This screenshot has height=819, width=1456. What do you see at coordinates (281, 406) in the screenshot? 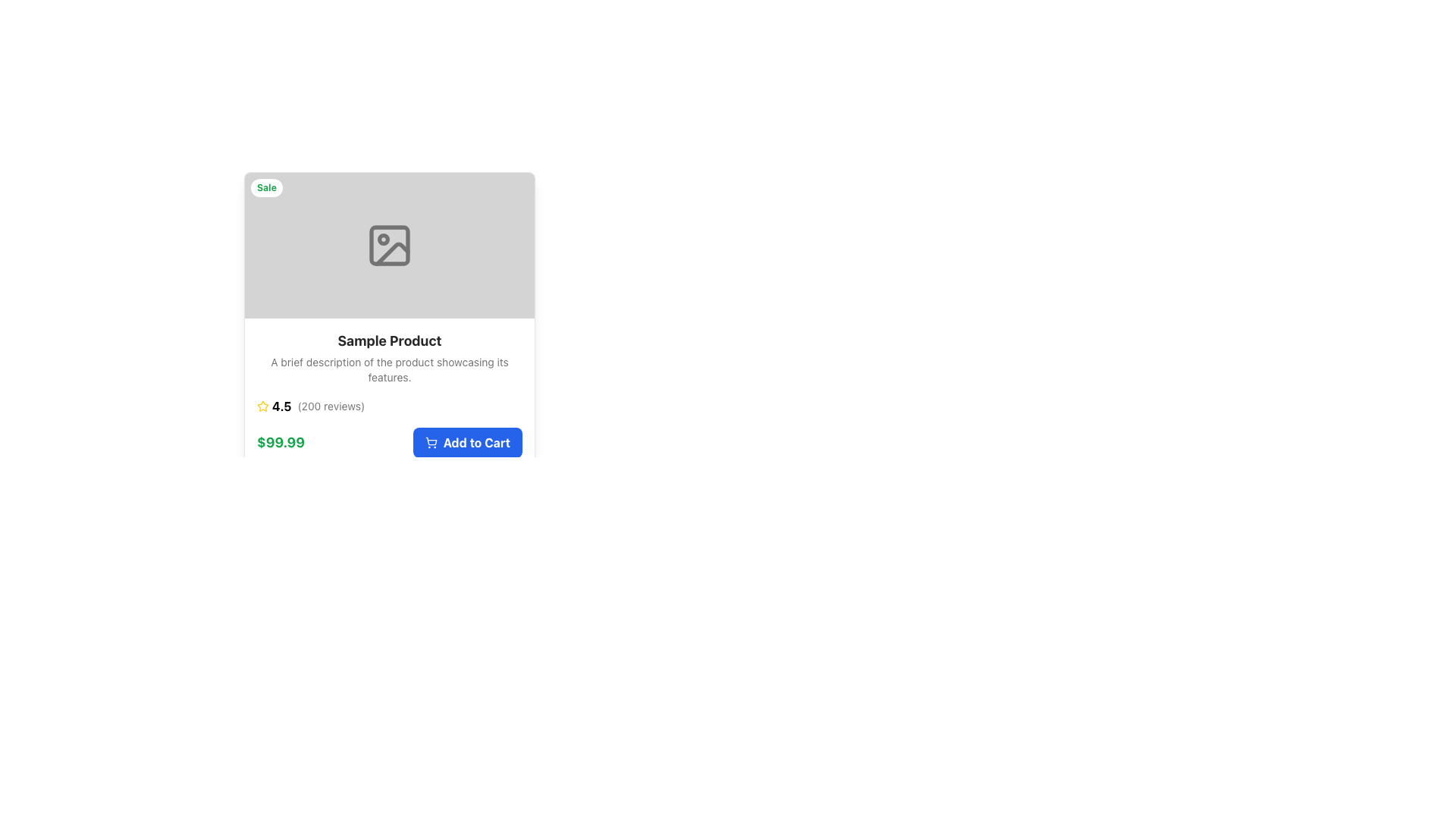
I see `text element displaying '4.5', which is styled with a clean font and located near a yellow star icon and the text '(200 reviews)'` at bounding box center [281, 406].